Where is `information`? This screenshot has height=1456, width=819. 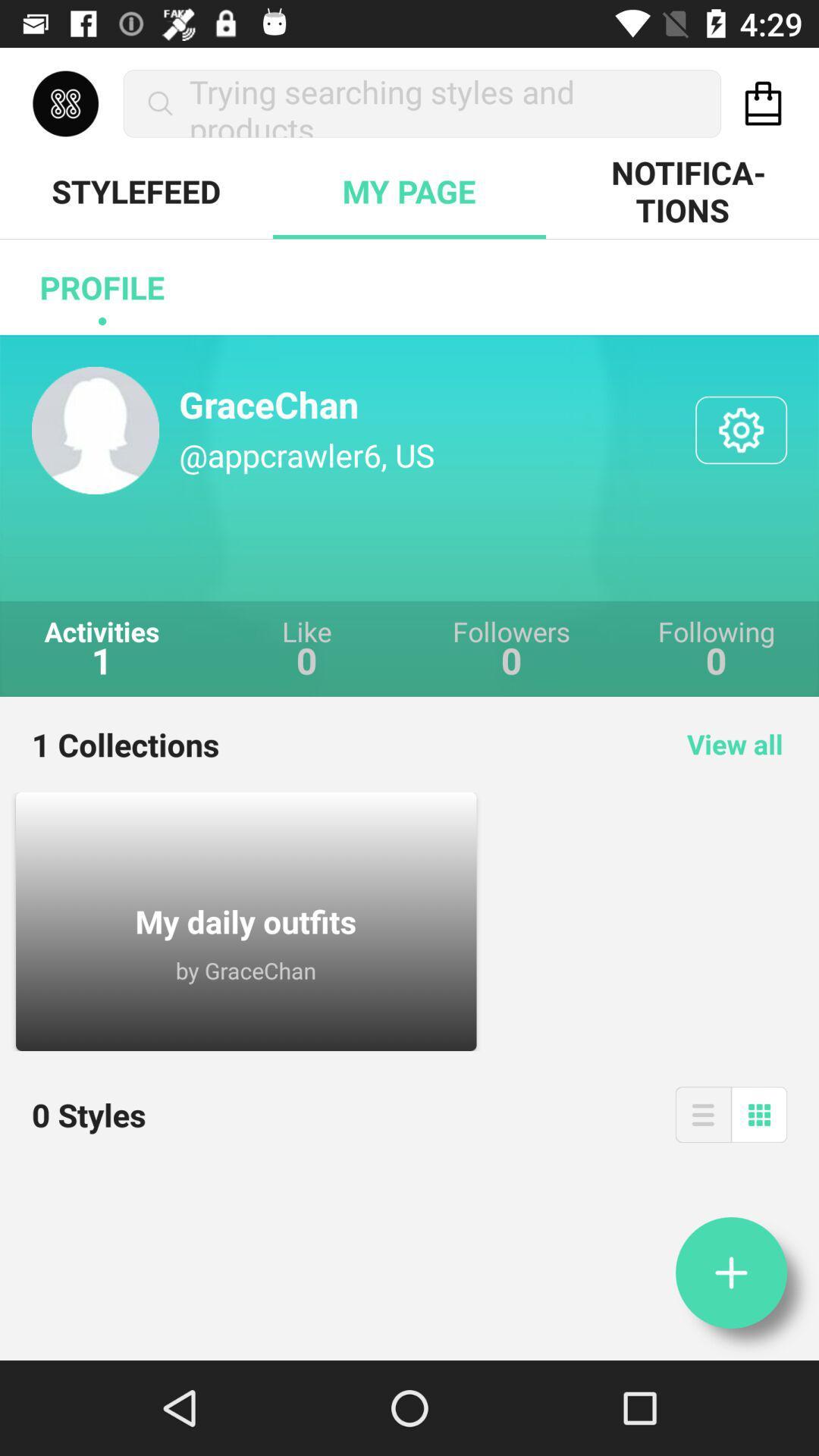
information is located at coordinates (730, 1272).